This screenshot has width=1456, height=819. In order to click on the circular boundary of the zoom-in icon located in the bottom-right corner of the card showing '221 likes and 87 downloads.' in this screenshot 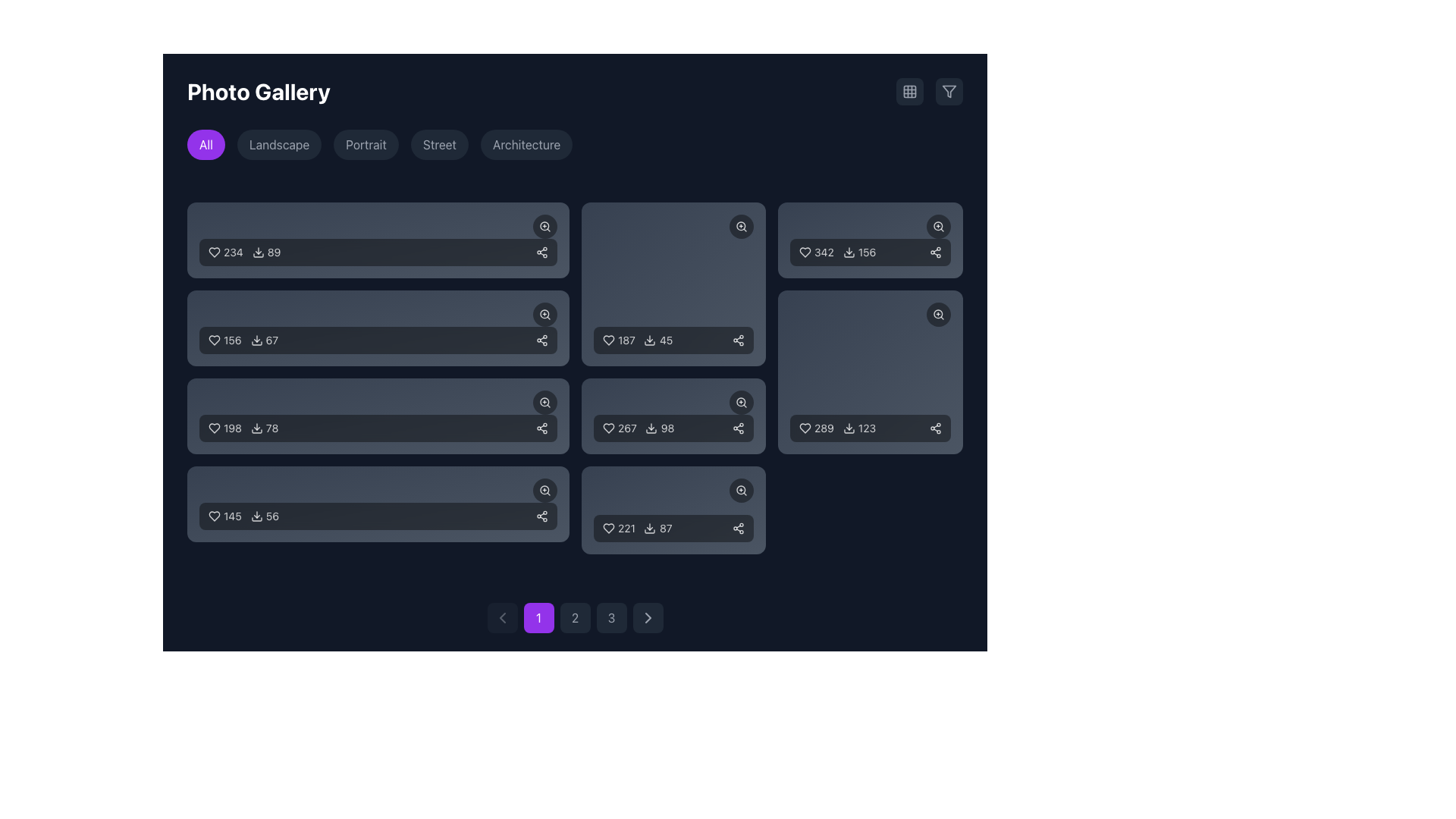, I will do `click(741, 490)`.